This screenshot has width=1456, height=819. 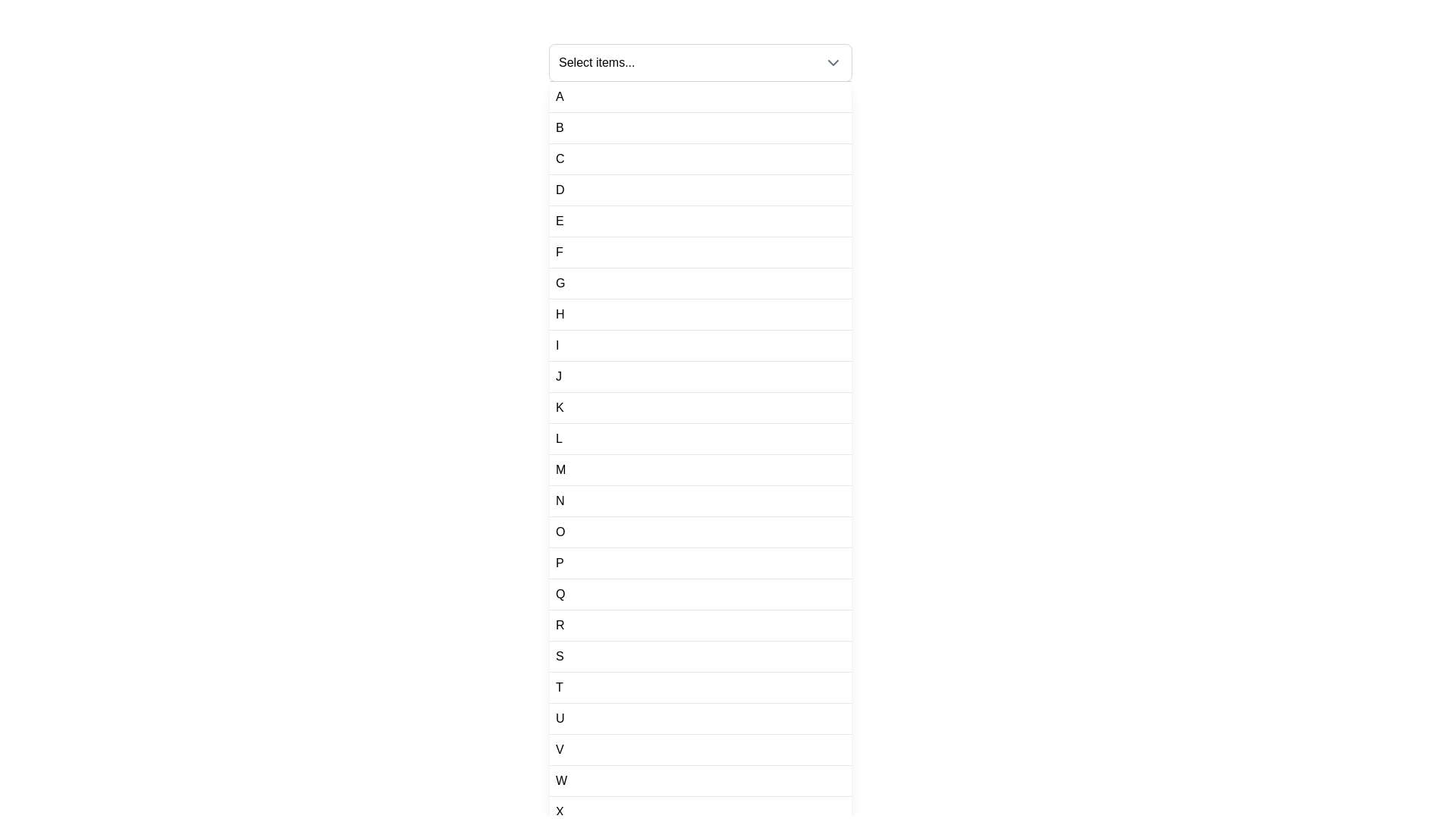 I want to click on the static text label 'Select items...' at the top of the dropdown menu interface, so click(x=596, y=62).